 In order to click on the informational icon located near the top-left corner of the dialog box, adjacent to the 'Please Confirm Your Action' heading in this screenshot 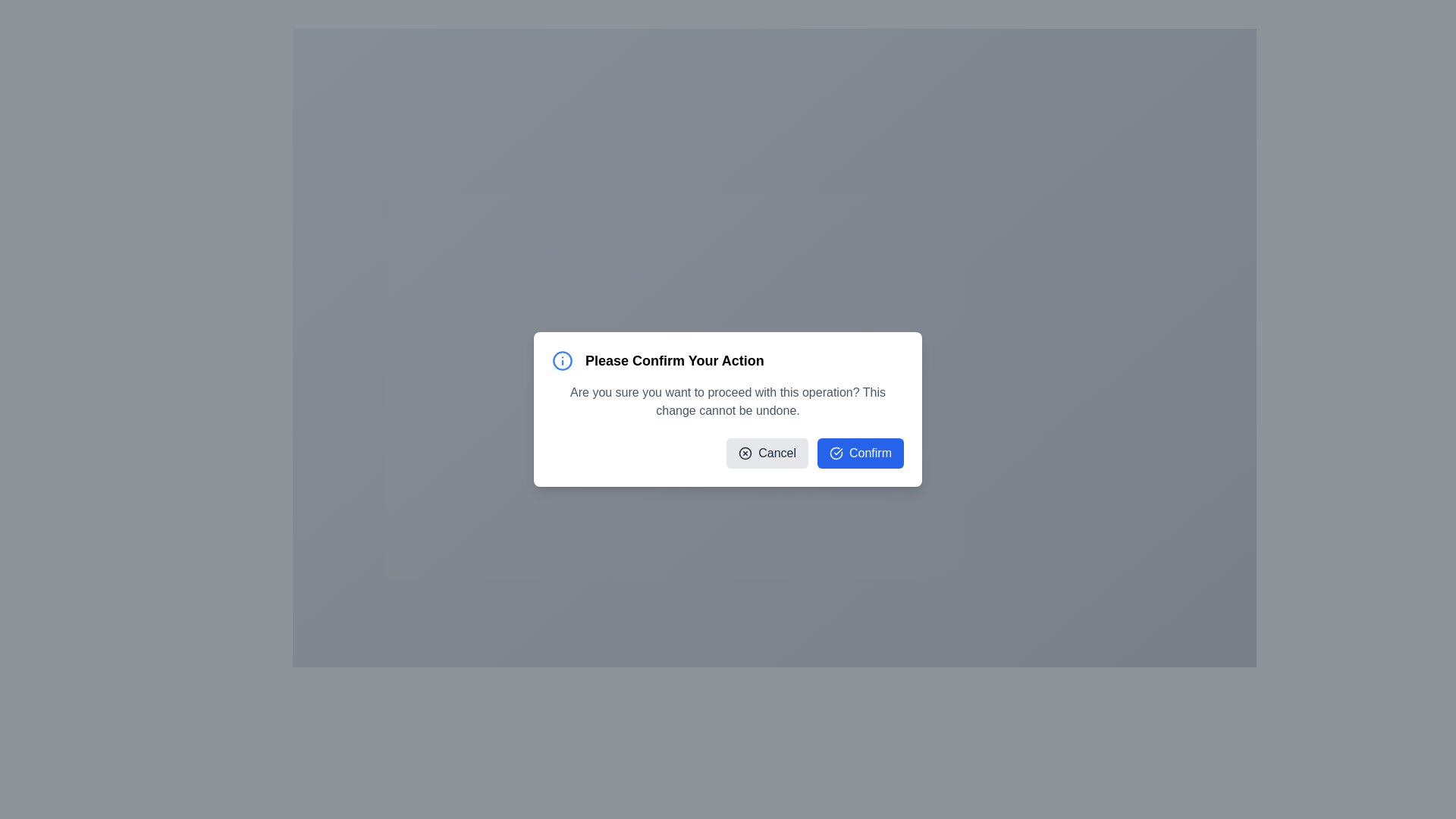, I will do `click(562, 360)`.